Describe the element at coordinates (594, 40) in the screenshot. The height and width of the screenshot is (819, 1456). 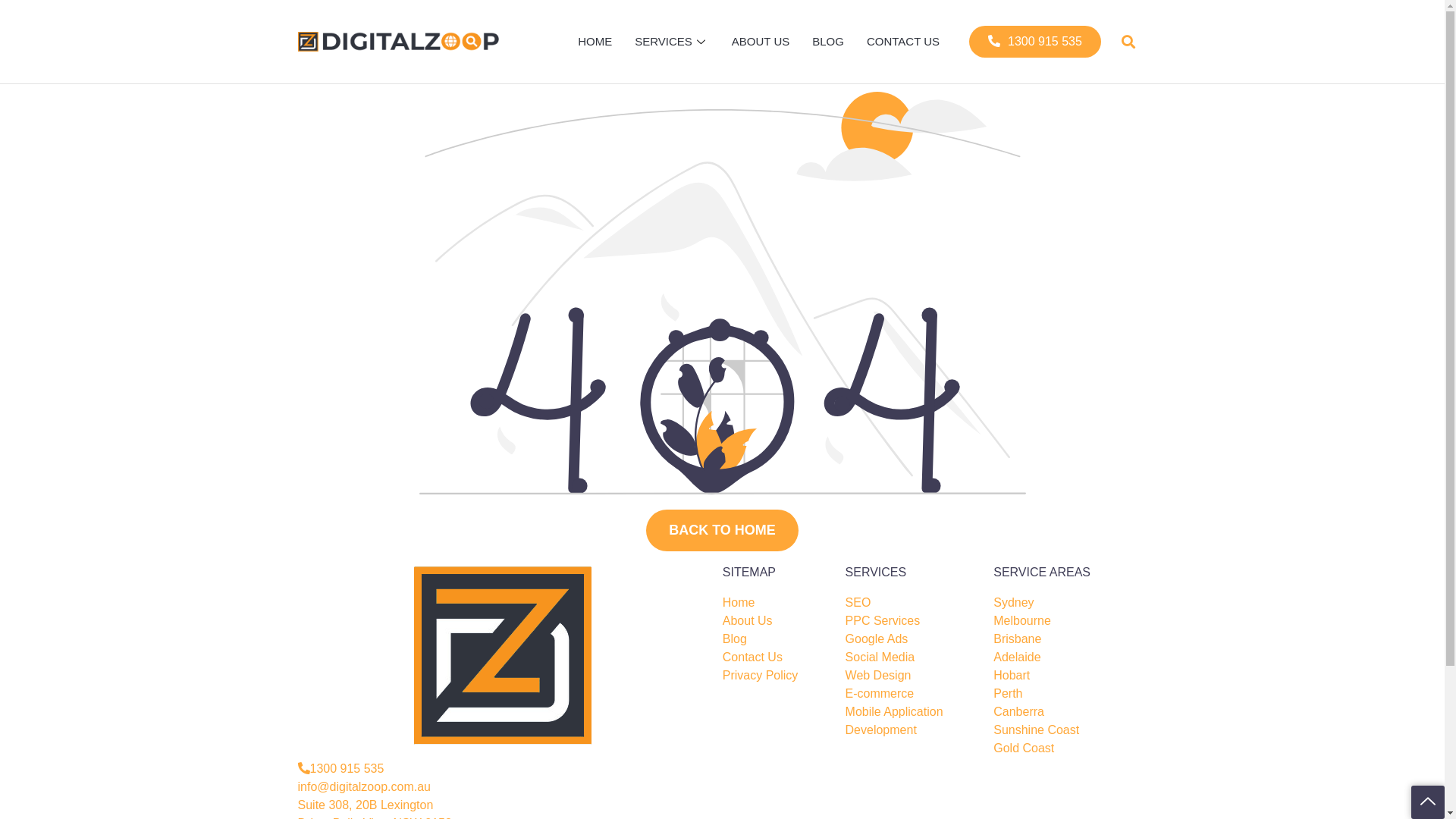
I see `'HOME'` at that location.